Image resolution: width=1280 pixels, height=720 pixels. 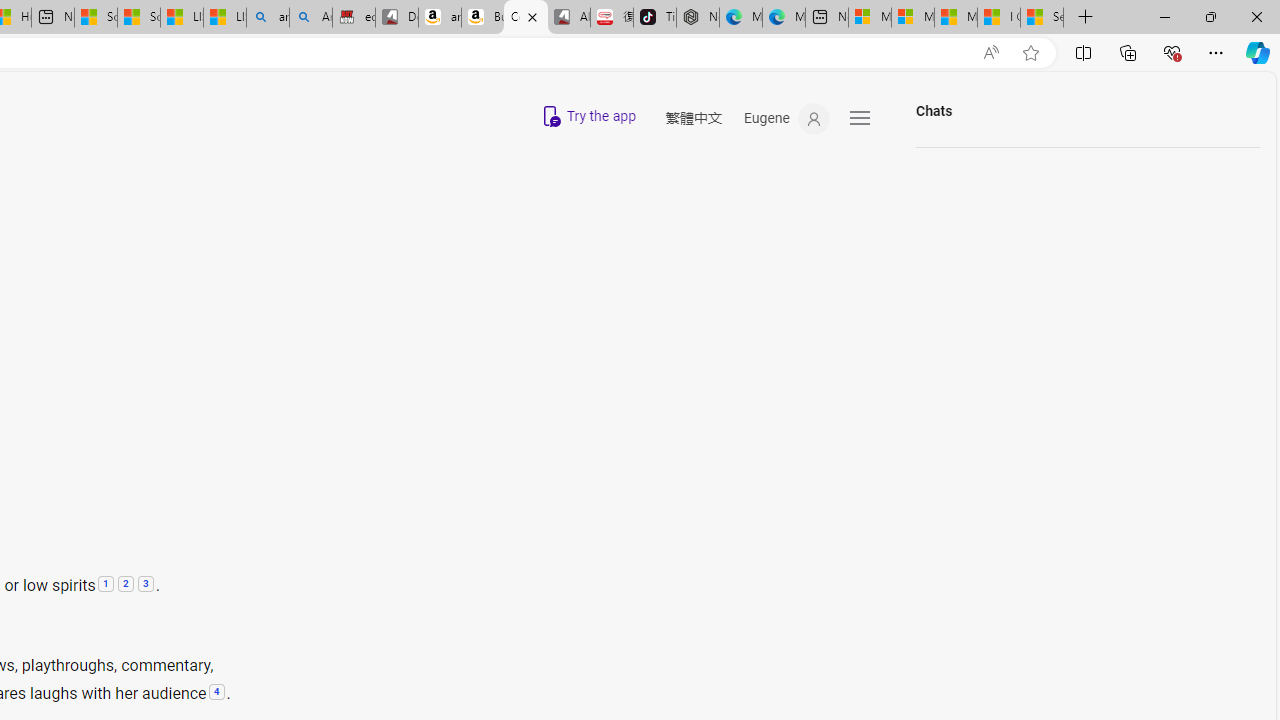 What do you see at coordinates (586, 115) in the screenshot?
I see `'Try Copilot App on mobile'` at bounding box center [586, 115].